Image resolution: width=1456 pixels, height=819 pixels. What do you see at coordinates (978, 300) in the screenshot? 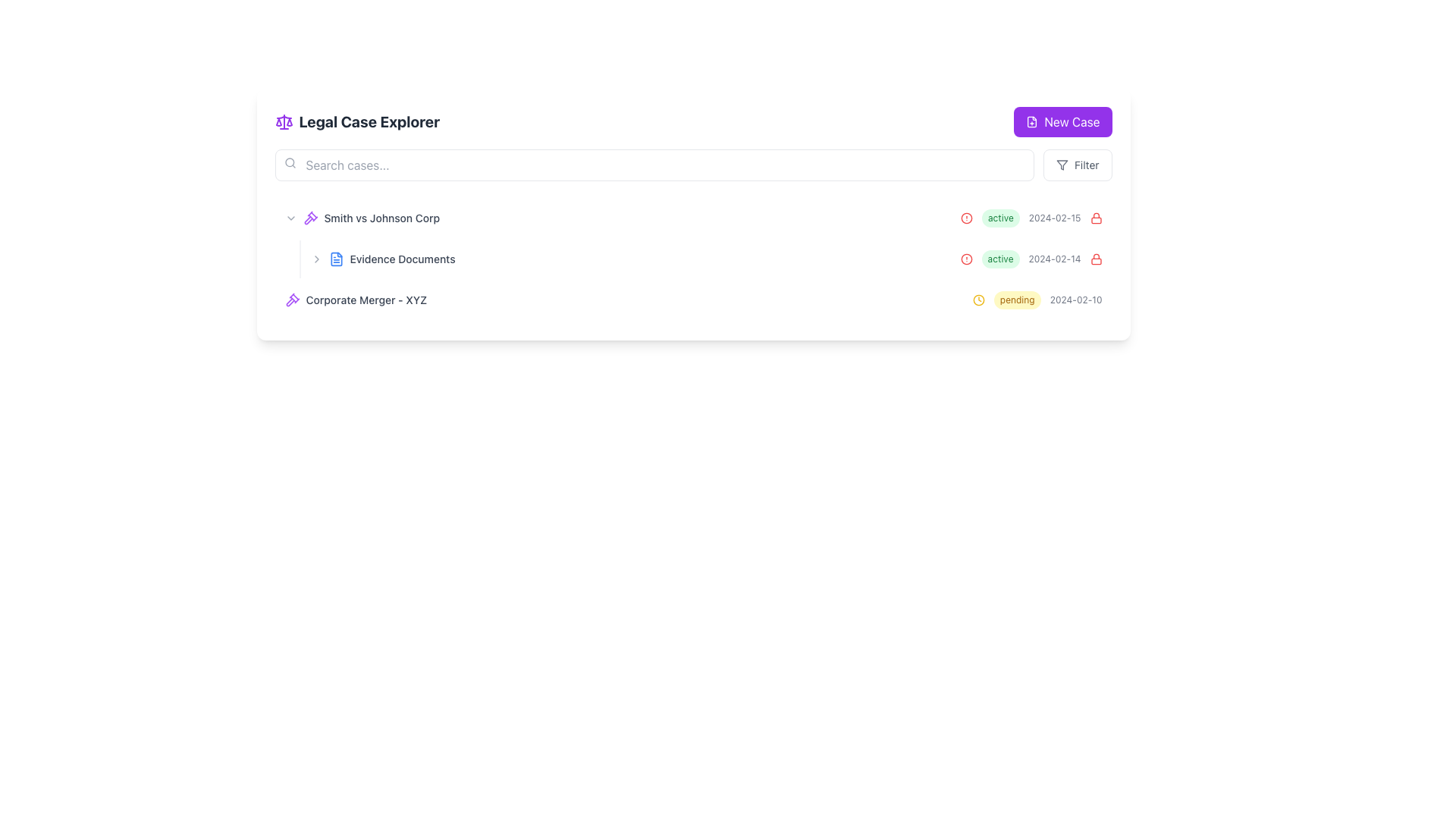
I see `the circular yellow outlined glyph of the SVG clock icon located on the right side of the list entry labeled 'Corporate Merger - XYZ'` at bounding box center [978, 300].